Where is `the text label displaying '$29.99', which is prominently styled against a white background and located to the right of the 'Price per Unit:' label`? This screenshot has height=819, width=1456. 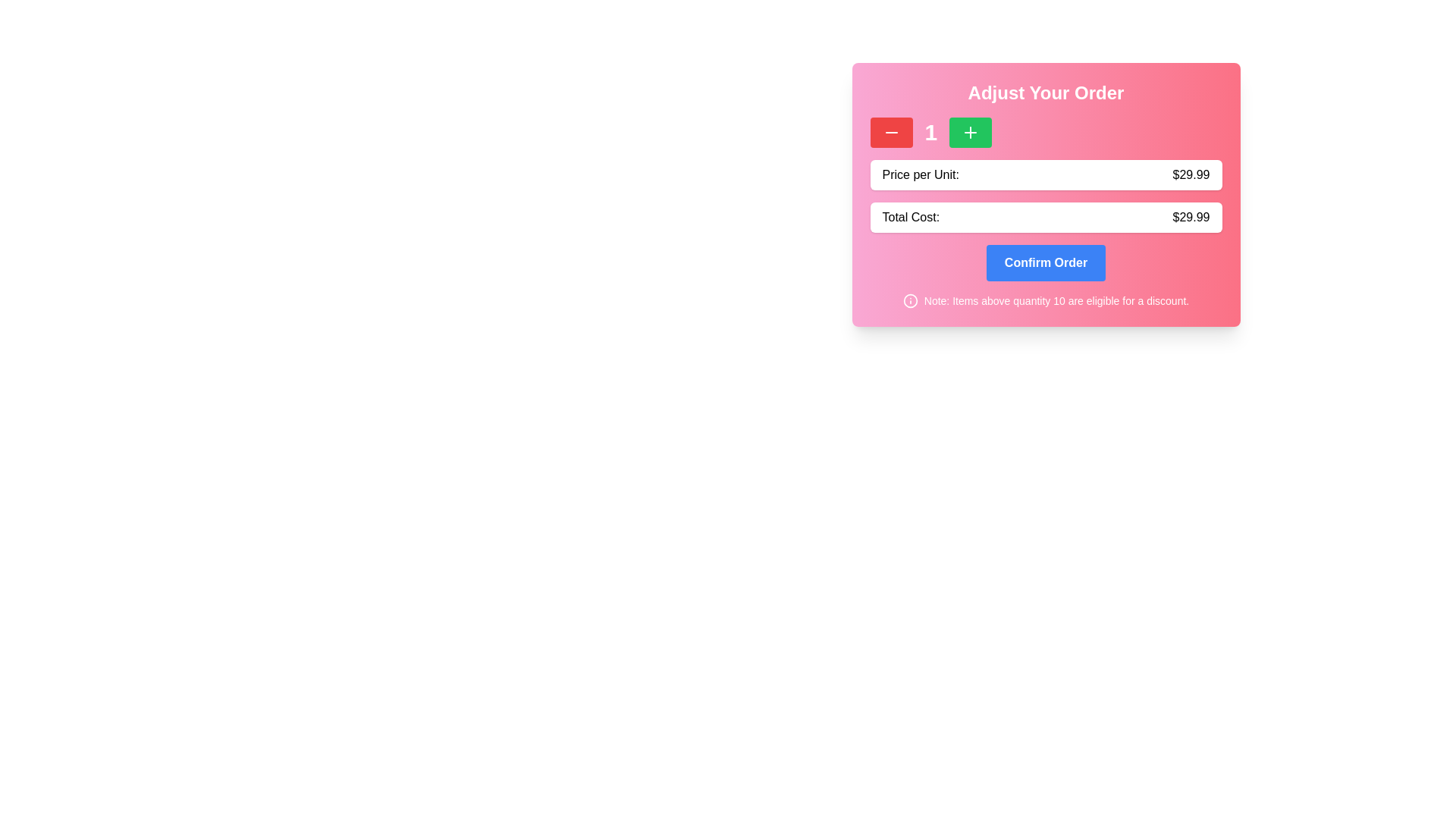 the text label displaying '$29.99', which is prominently styled against a white background and located to the right of the 'Price per Unit:' label is located at coordinates (1190, 174).